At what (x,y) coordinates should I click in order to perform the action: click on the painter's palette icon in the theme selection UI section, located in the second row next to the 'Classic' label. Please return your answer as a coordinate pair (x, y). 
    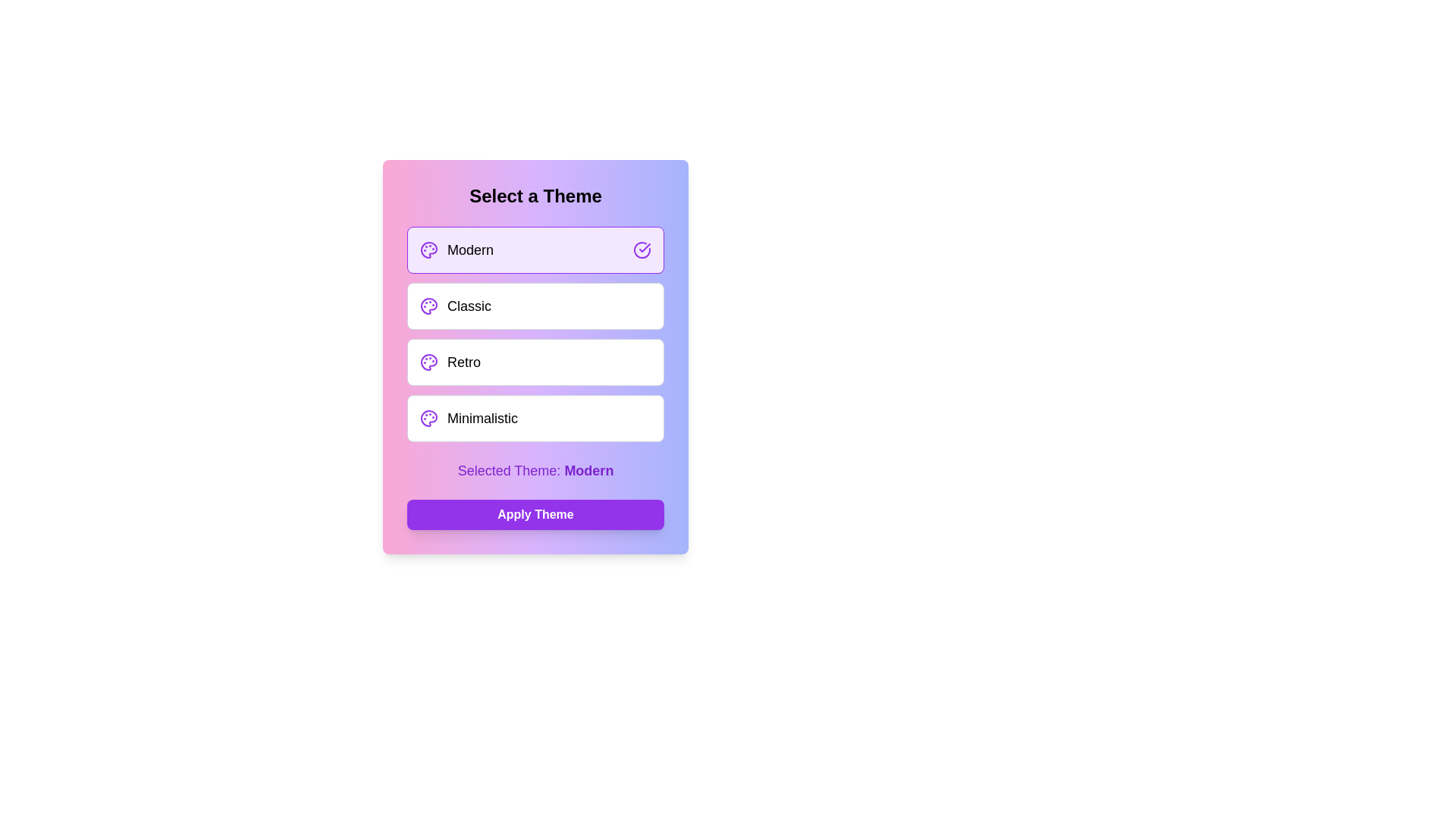
    Looking at the image, I should click on (428, 306).